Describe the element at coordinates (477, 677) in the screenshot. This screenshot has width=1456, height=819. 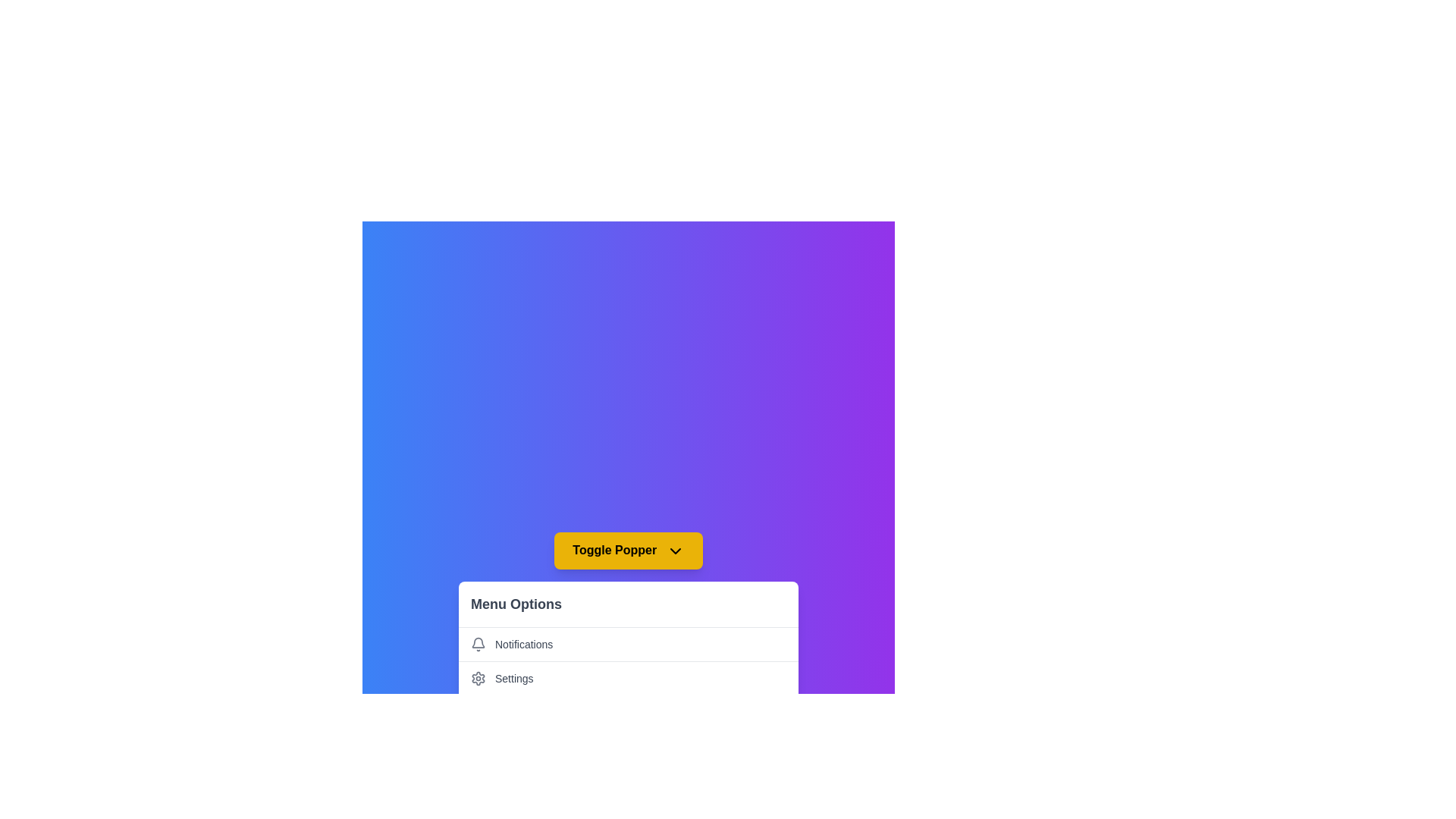
I see `the outer portion of the settings icon, which resembles a gear and is located to the left of the 'Settings' label in the vertical menu under the 'Menu Options' header` at that location.